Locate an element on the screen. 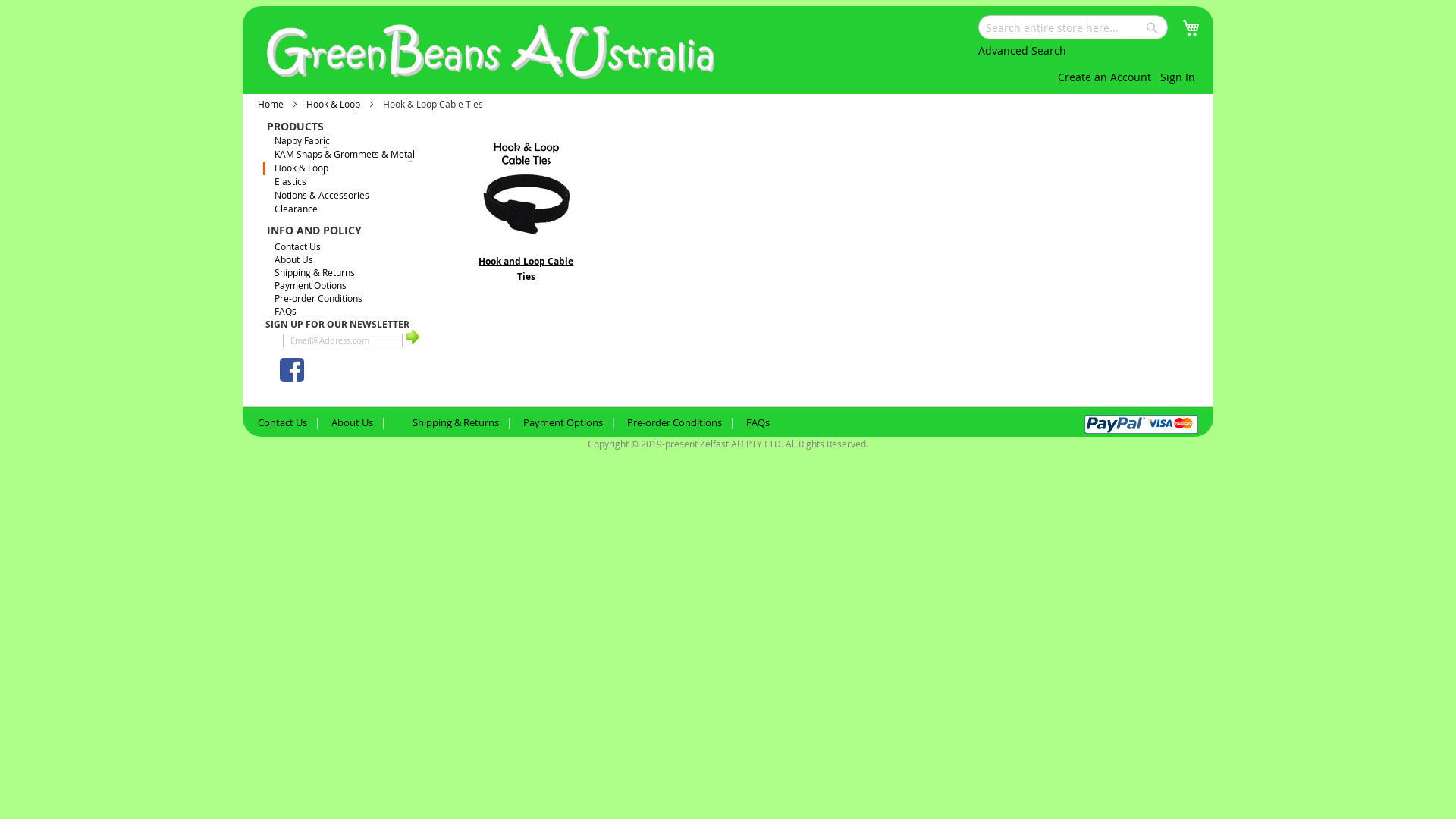  'FAQs' is located at coordinates (758, 426).